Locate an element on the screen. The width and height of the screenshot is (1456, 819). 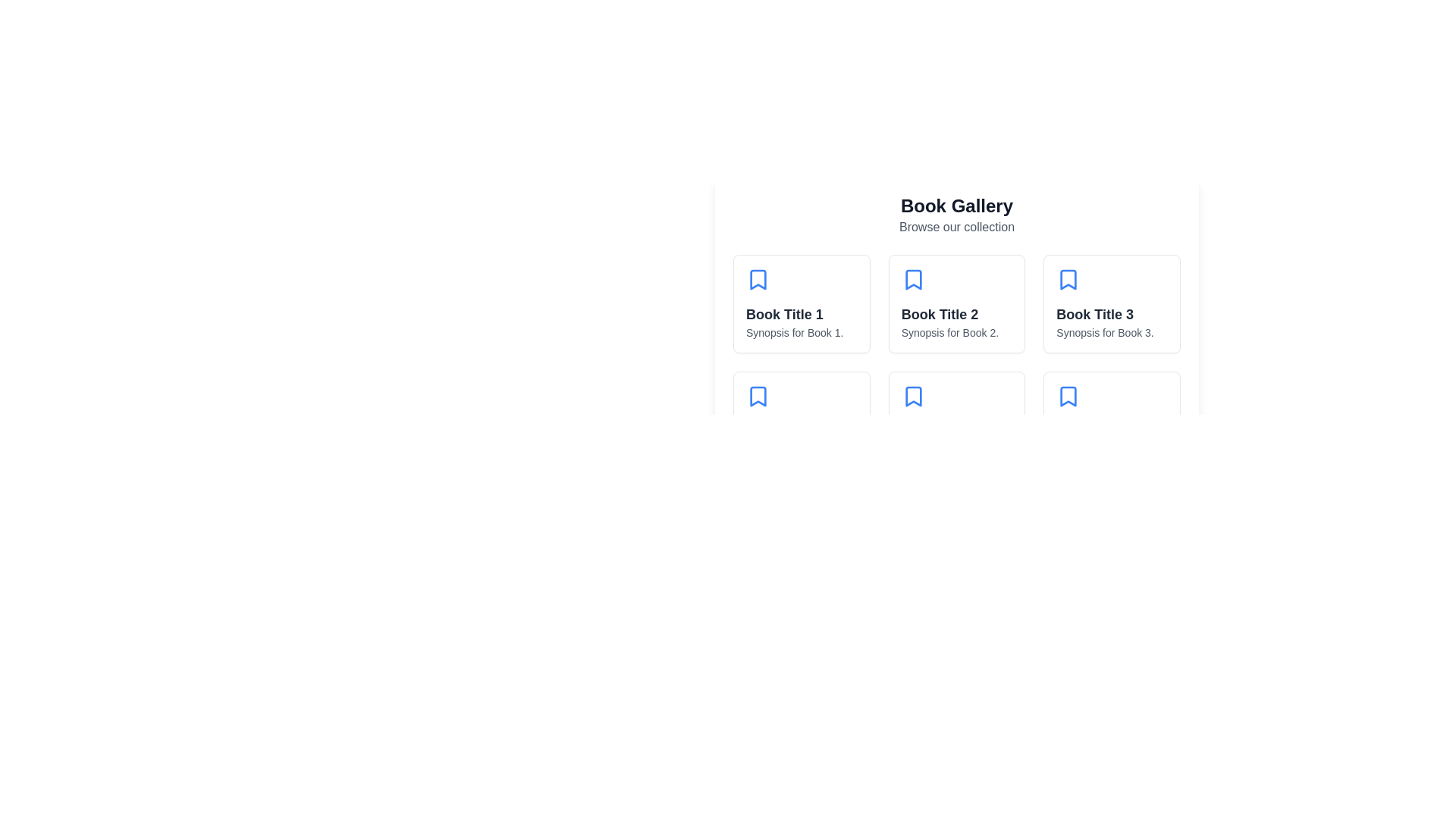
the icon located in the upper-left corner of the box containing the text 'Book Title 4' and 'Synopsis for Book 4' is located at coordinates (758, 396).